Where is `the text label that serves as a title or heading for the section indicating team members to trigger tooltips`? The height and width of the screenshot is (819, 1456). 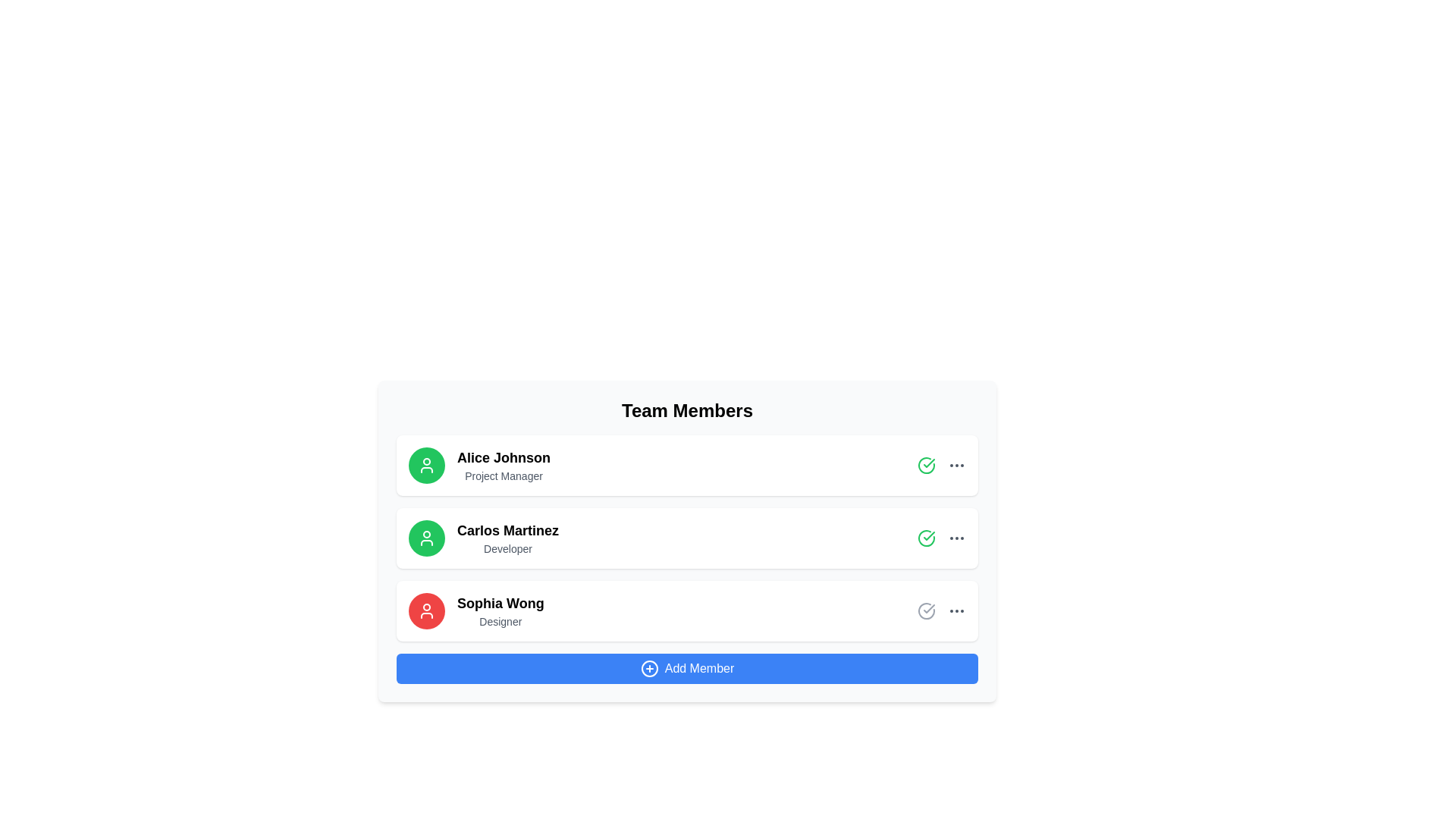
the text label that serves as a title or heading for the section indicating team members to trigger tooltips is located at coordinates (686, 411).